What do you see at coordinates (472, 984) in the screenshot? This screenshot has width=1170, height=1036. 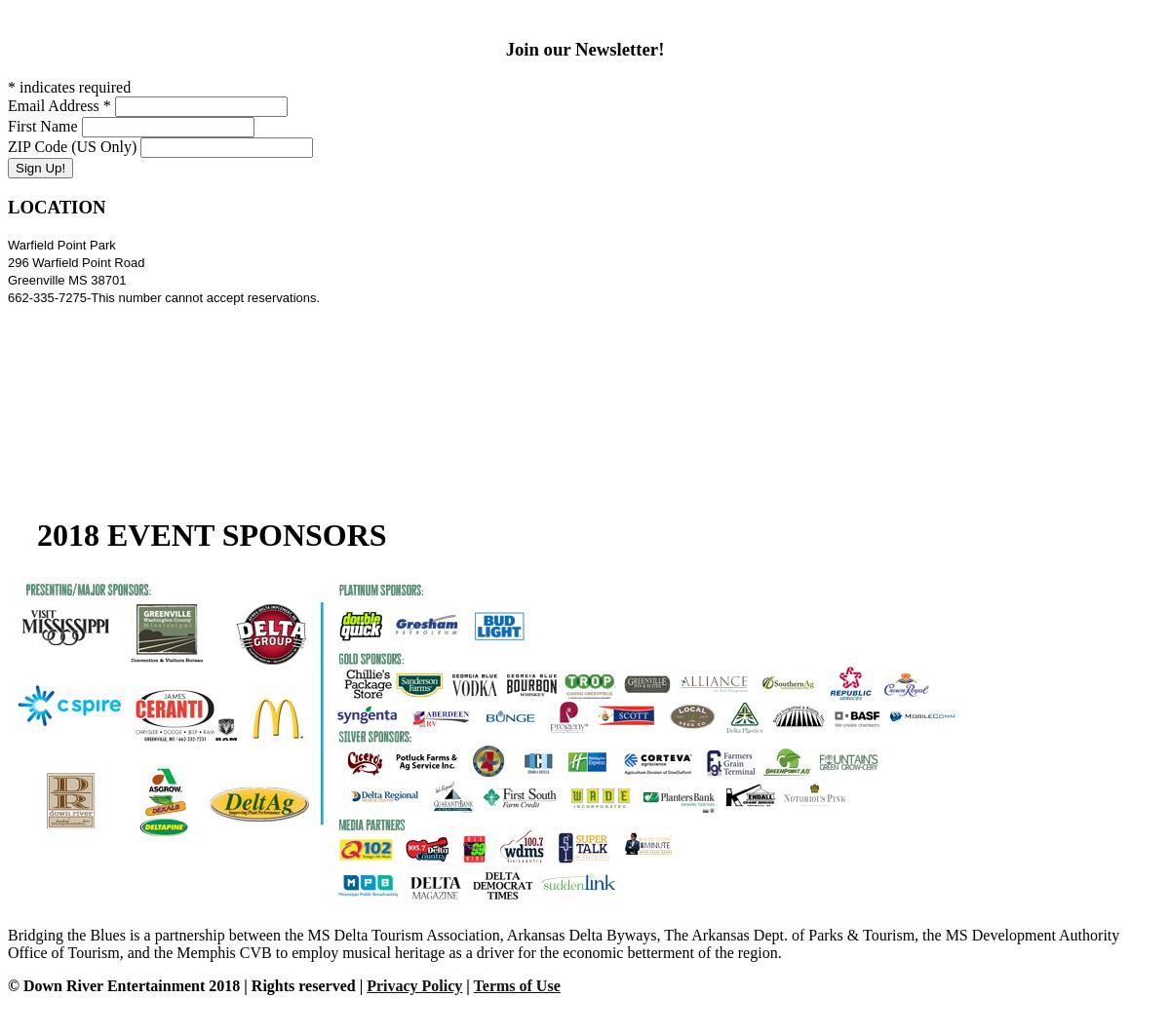 I see `'Terms of Use'` at bounding box center [472, 984].